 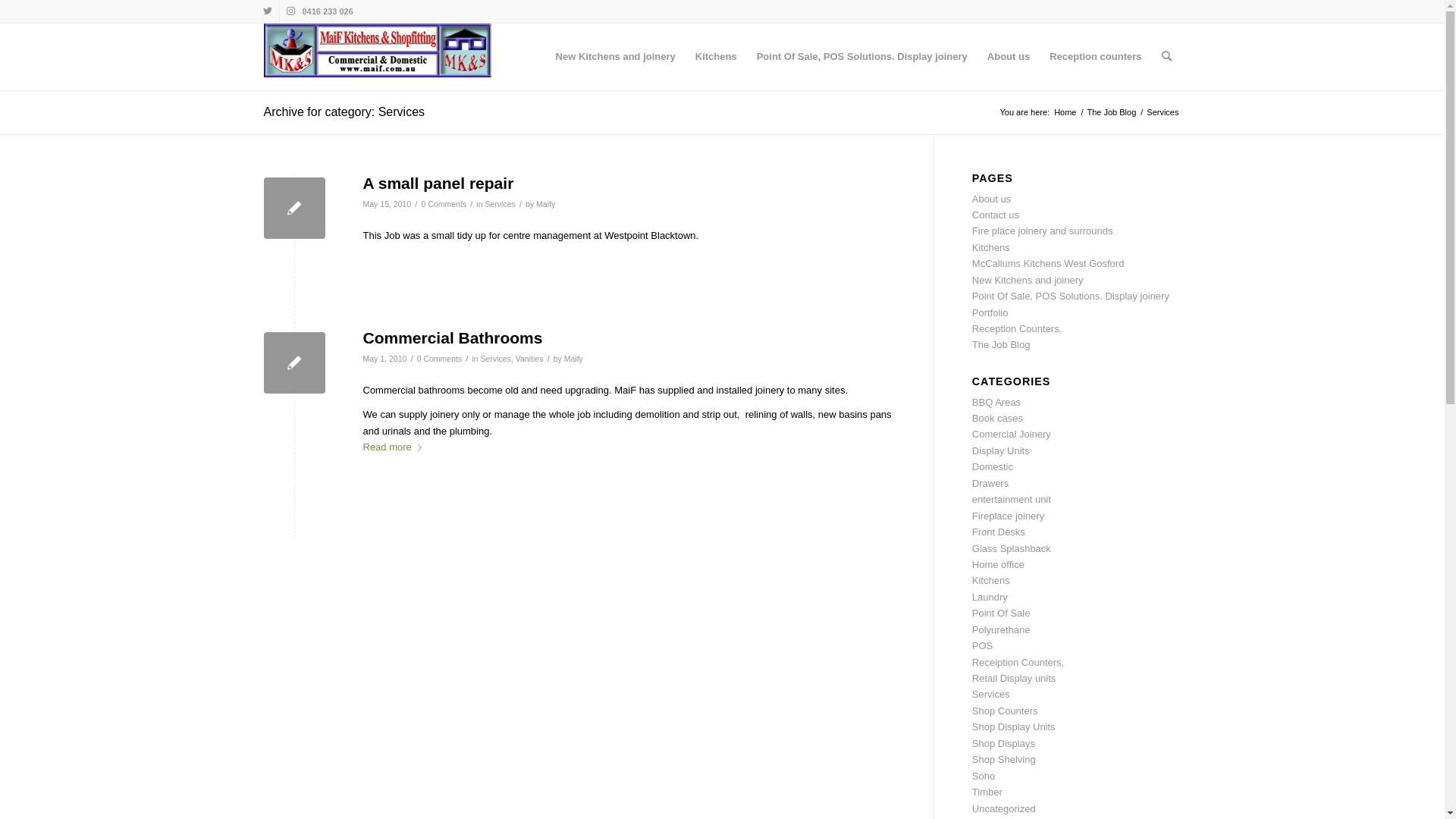 I want to click on 'A small panel repair', so click(x=294, y=208).